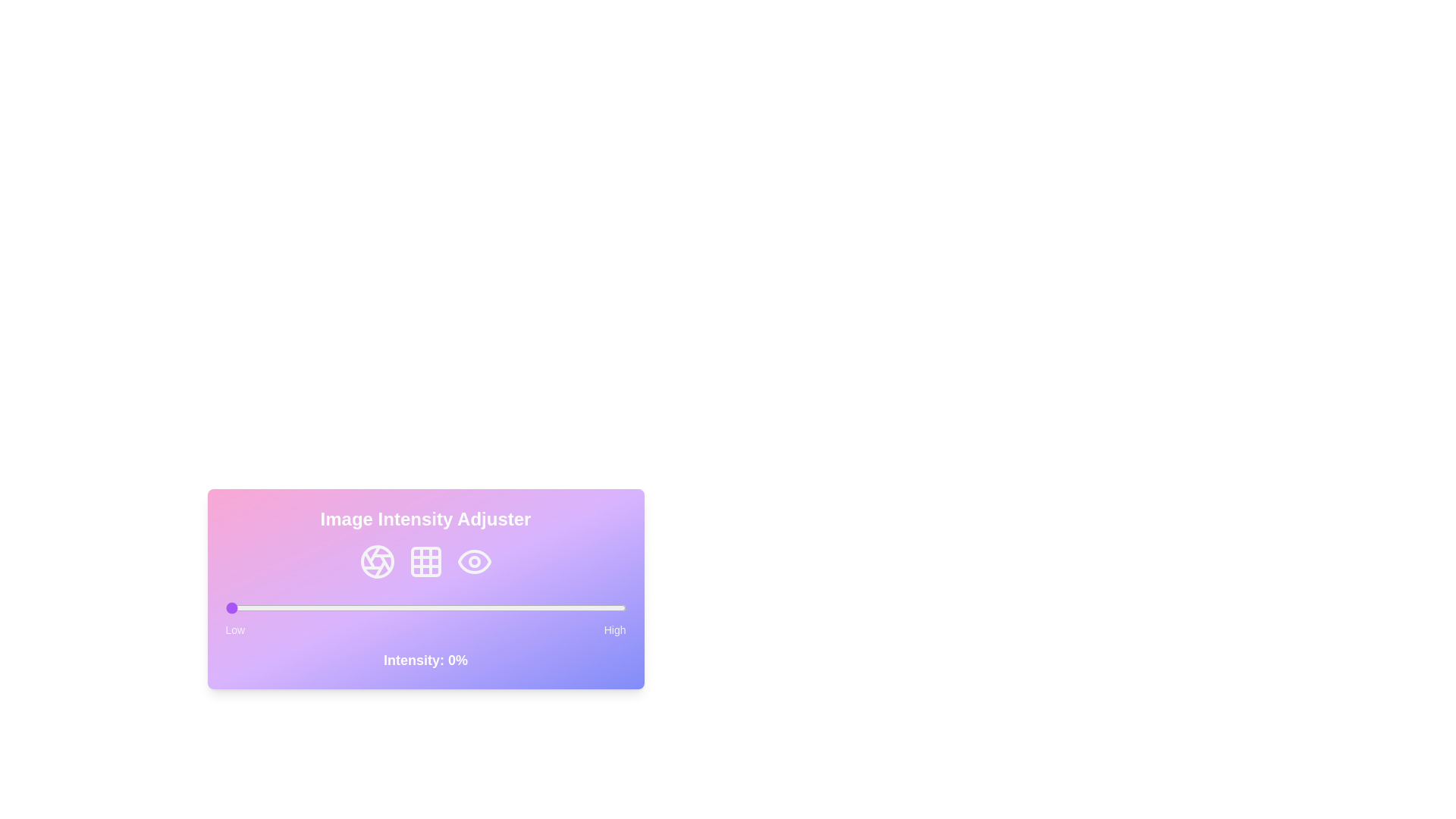  Describe the element at coordinates (321, 607) in the screenshot. I see `the intensity slider to set the intensity to 24%` at that location.